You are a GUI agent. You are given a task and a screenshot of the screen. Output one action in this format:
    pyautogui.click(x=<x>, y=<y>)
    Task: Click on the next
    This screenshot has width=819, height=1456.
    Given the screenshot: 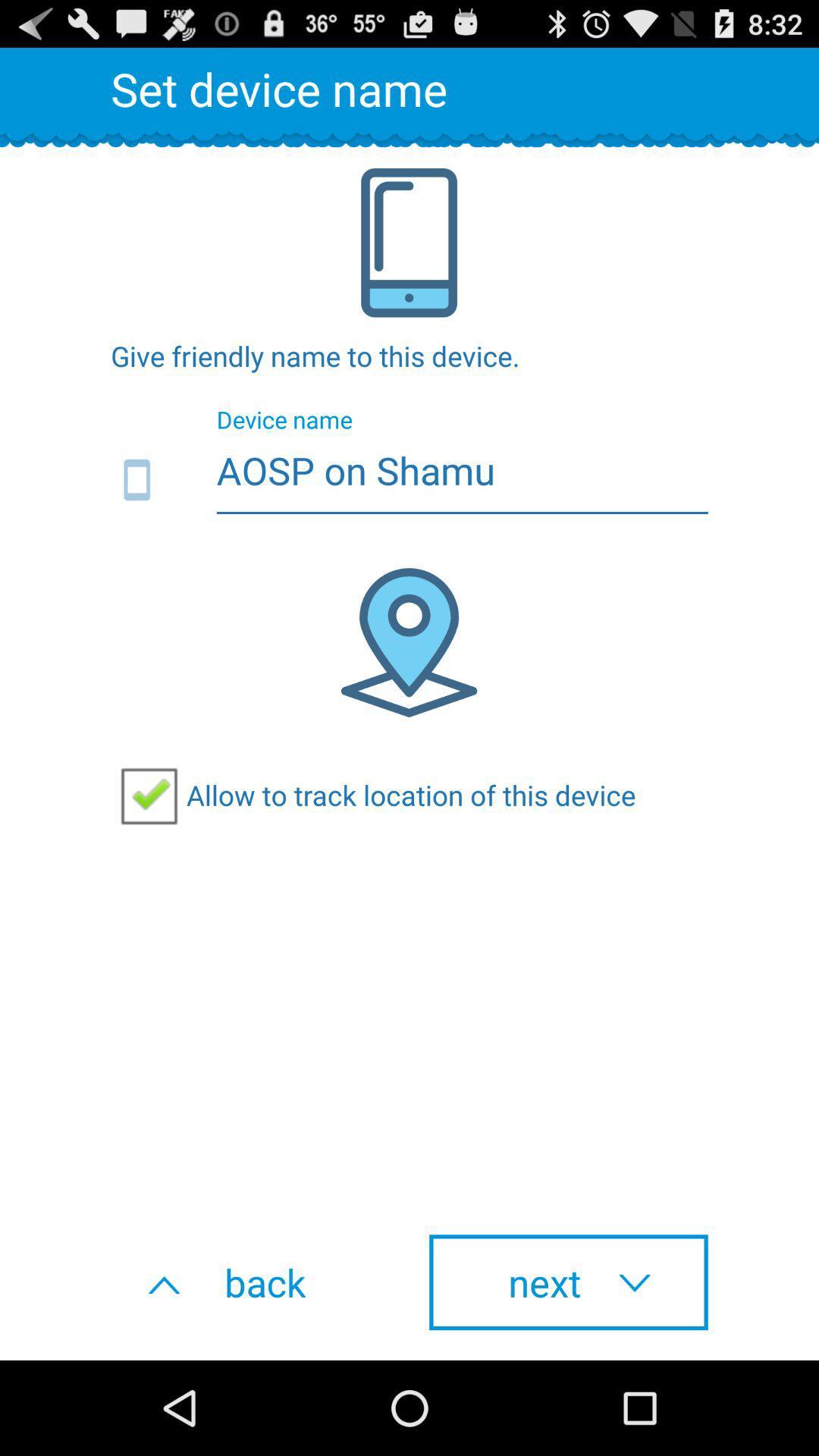 What is the action you would take?
    pyautogui.click(x=568, y=1282)
    